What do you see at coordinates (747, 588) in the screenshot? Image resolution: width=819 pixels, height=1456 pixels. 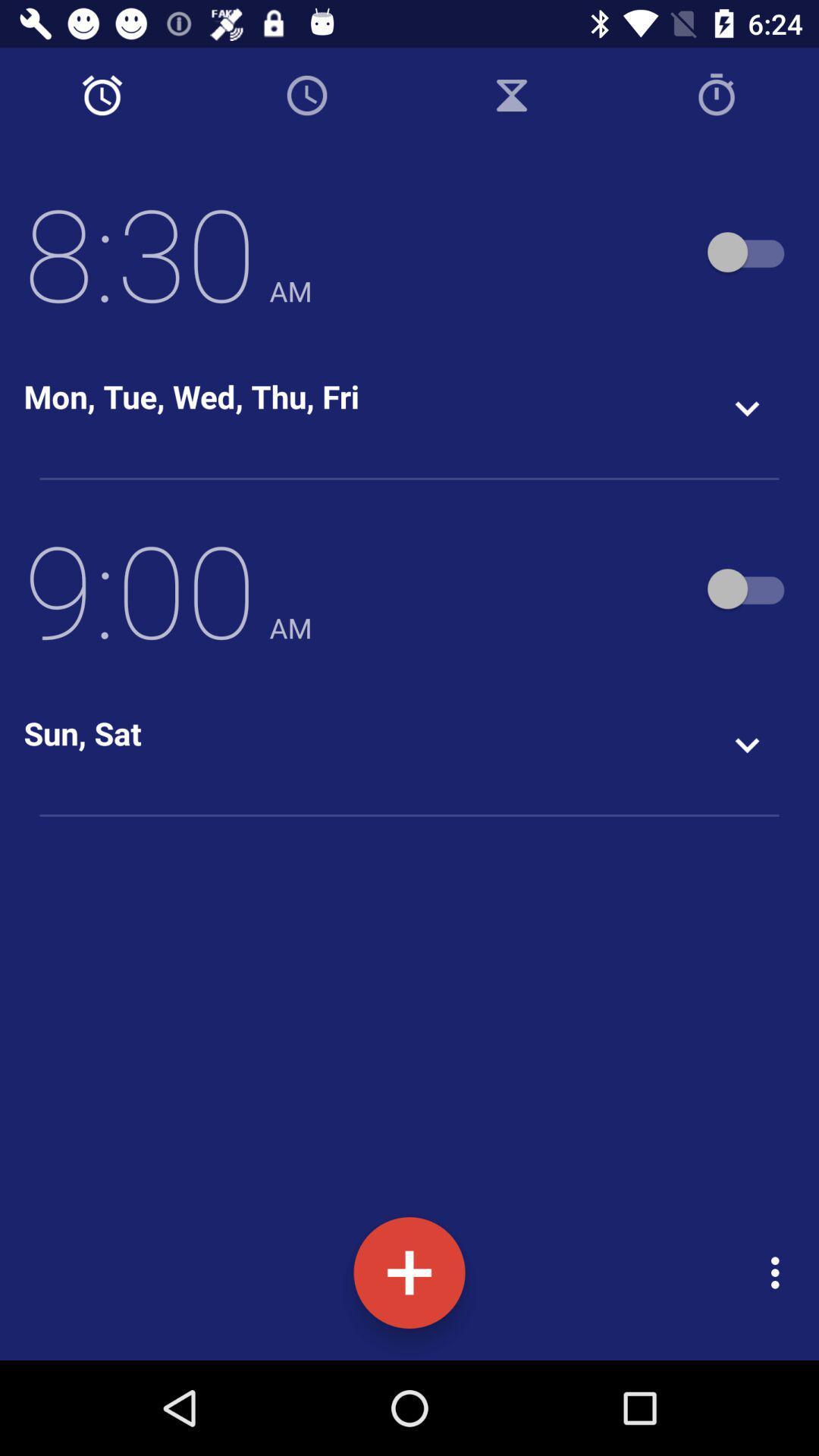 I see `icon on the right side of 900 am` at bounding box center [747, 588].